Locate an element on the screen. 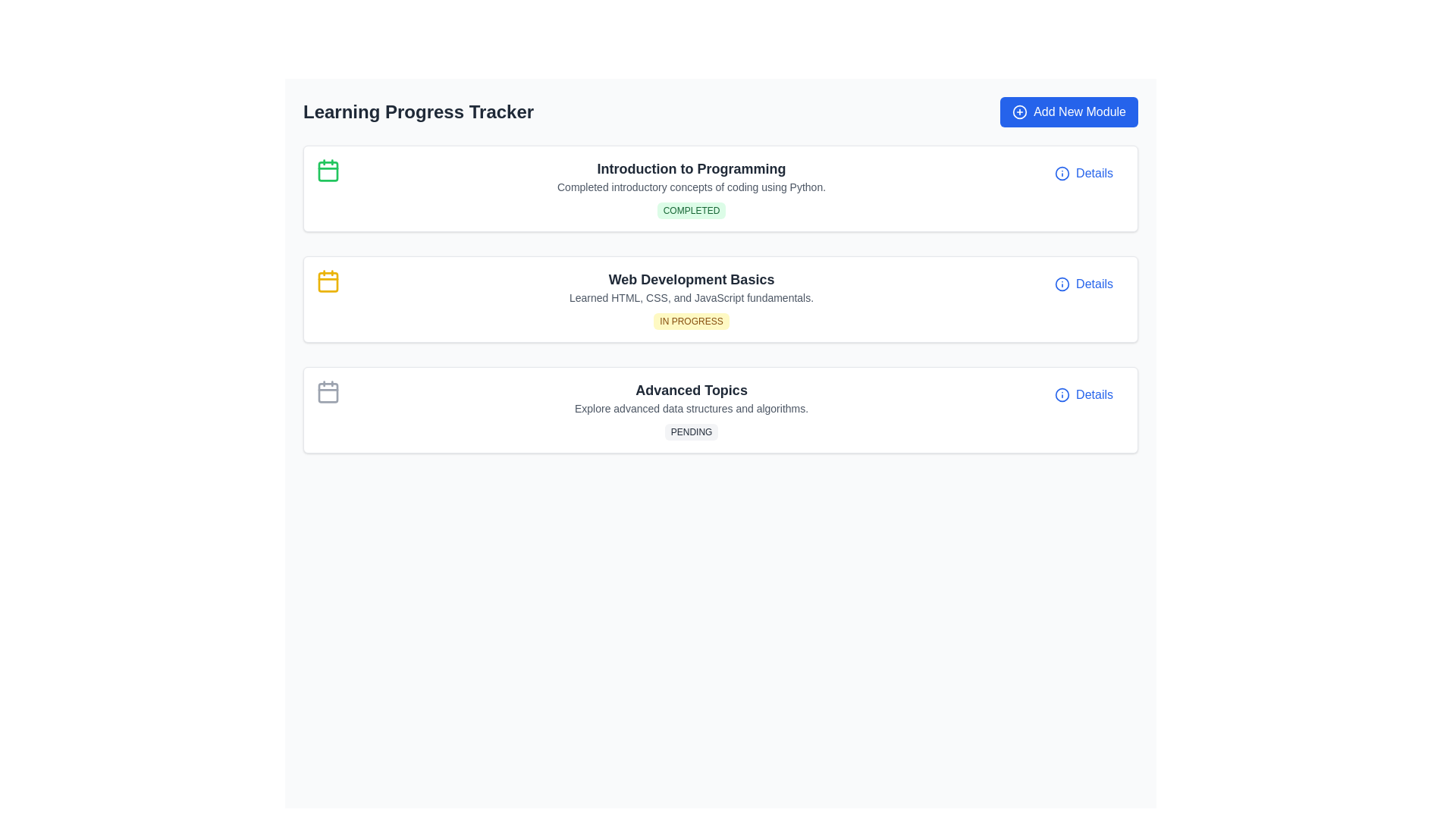 Image resolution: width=1456 pixels, height=819 pixels. the static text label that reads 'Completed introductory concepts of coding using Python.' located beneath the title 'Introduction to Programming' is located at coordinates (691, 186).